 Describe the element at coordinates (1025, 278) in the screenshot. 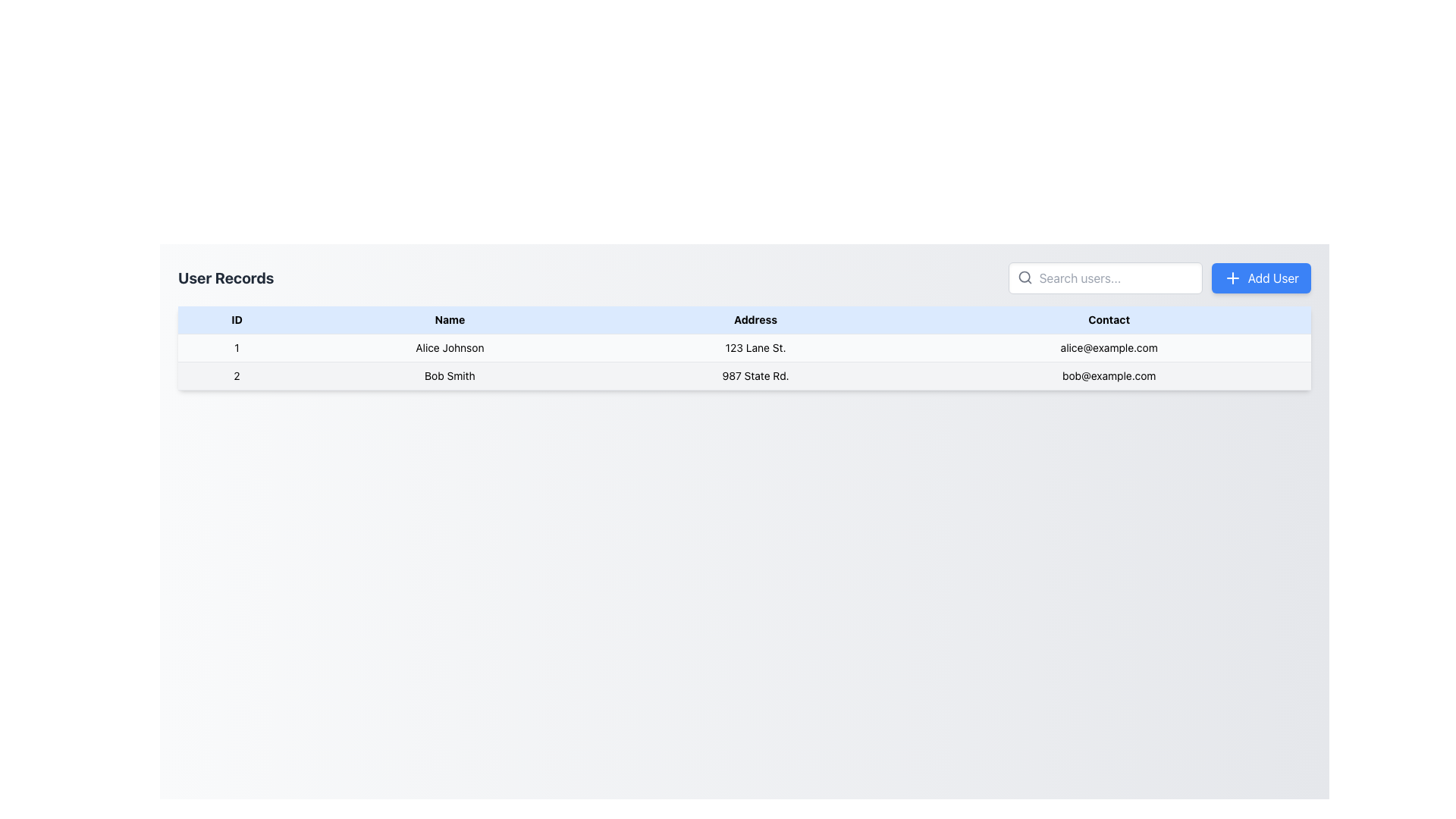

I see `the search SVG Icon, which is located inside the search input box at the top-right of the interface, next to the placeholder text 'Search users...'` at that location.